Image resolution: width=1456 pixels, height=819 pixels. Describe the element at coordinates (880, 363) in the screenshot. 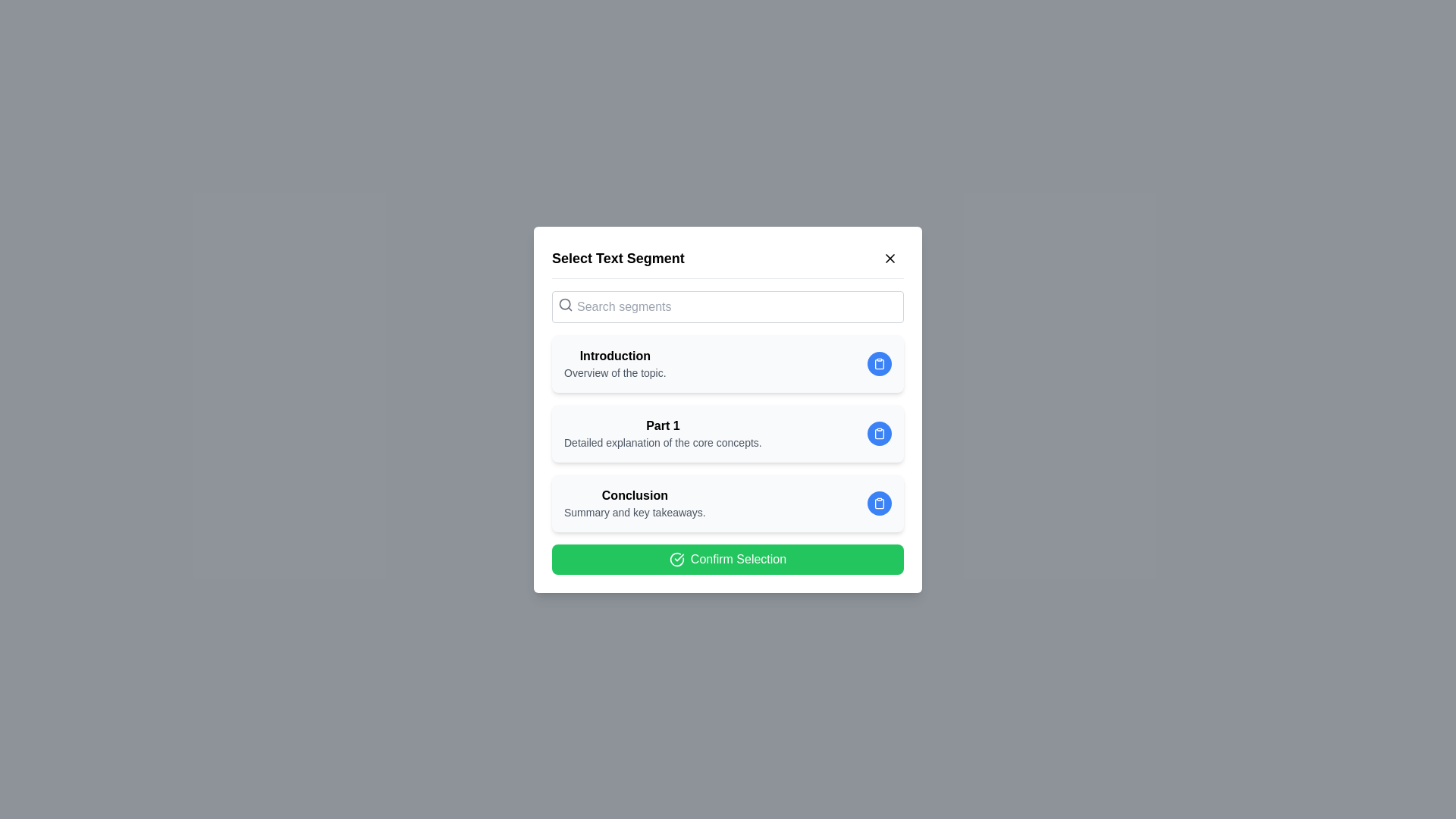

I see `the clipboard icon corresponding to the segment Introduction to copy its information to the clipboard` at that location.